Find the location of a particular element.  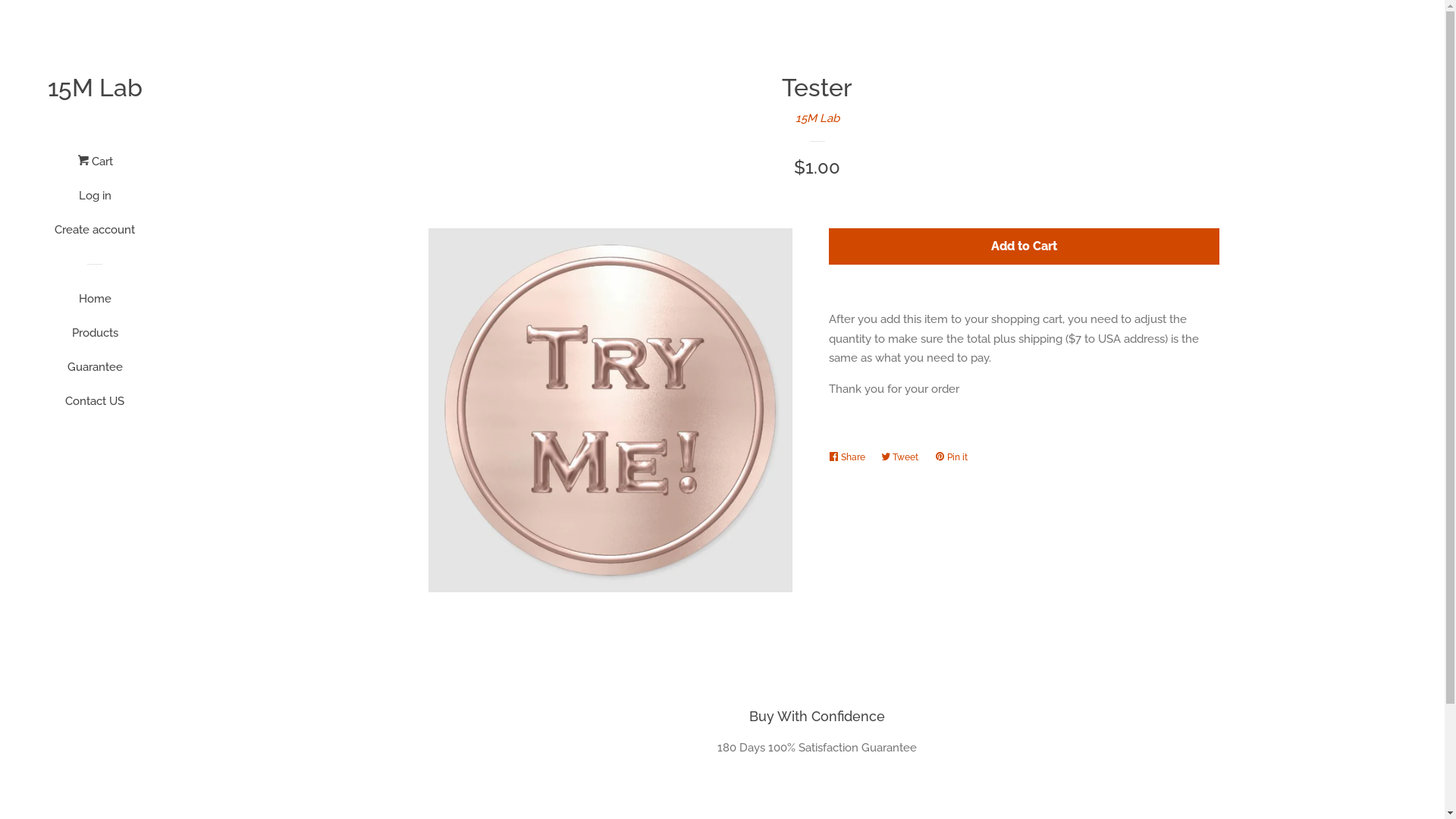

'Add to Cart' is located at coordinates (1023, 246).